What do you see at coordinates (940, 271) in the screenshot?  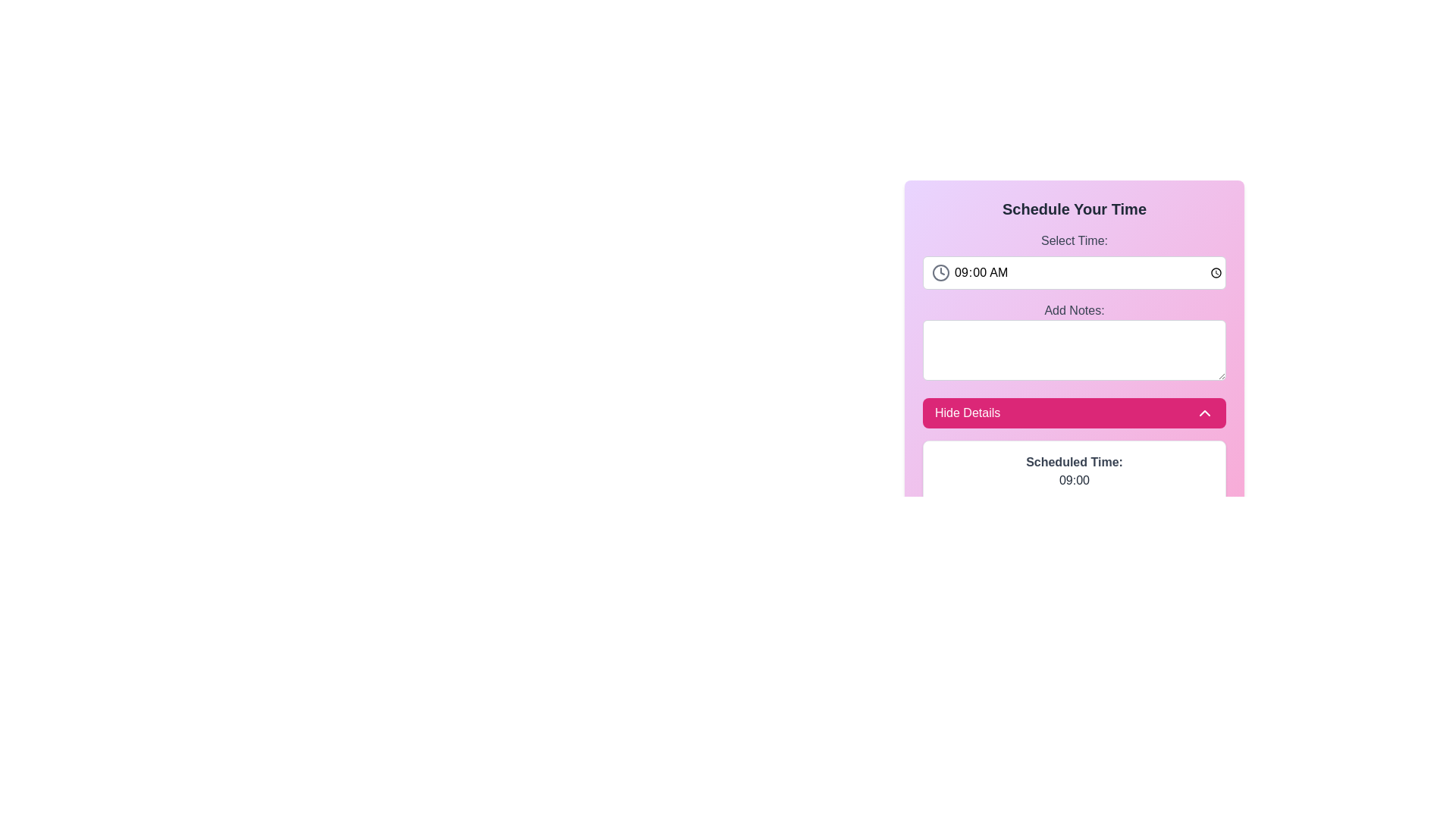 I see `the clock icon indicating the time selection field, which is located on the left side of the text field displaying '09:00 AM'` at bounding box center [940, 271].